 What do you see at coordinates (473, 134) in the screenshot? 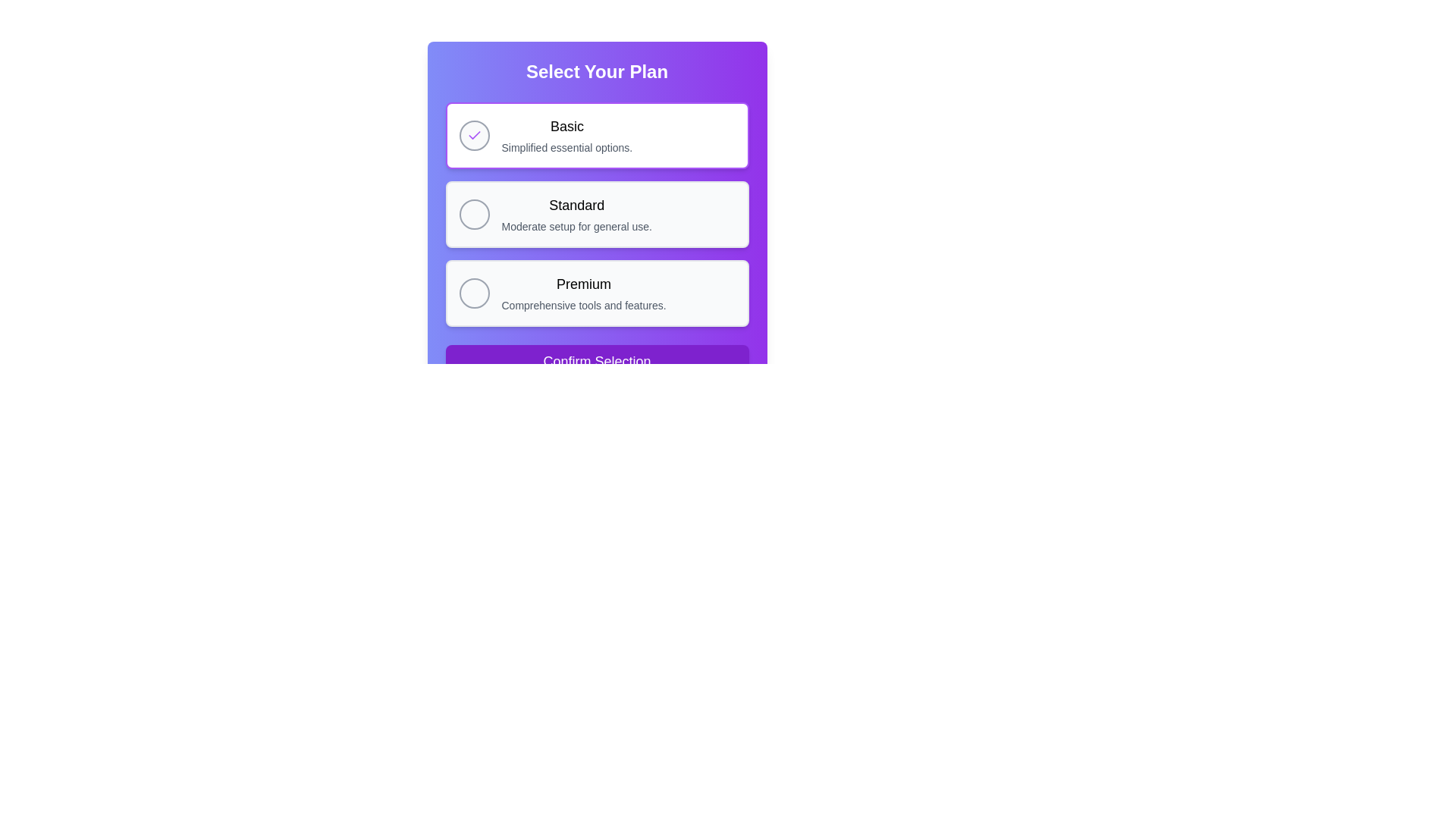
I see `the purple checkmark icon within the circular gray background` at bounding box center [473, 134].